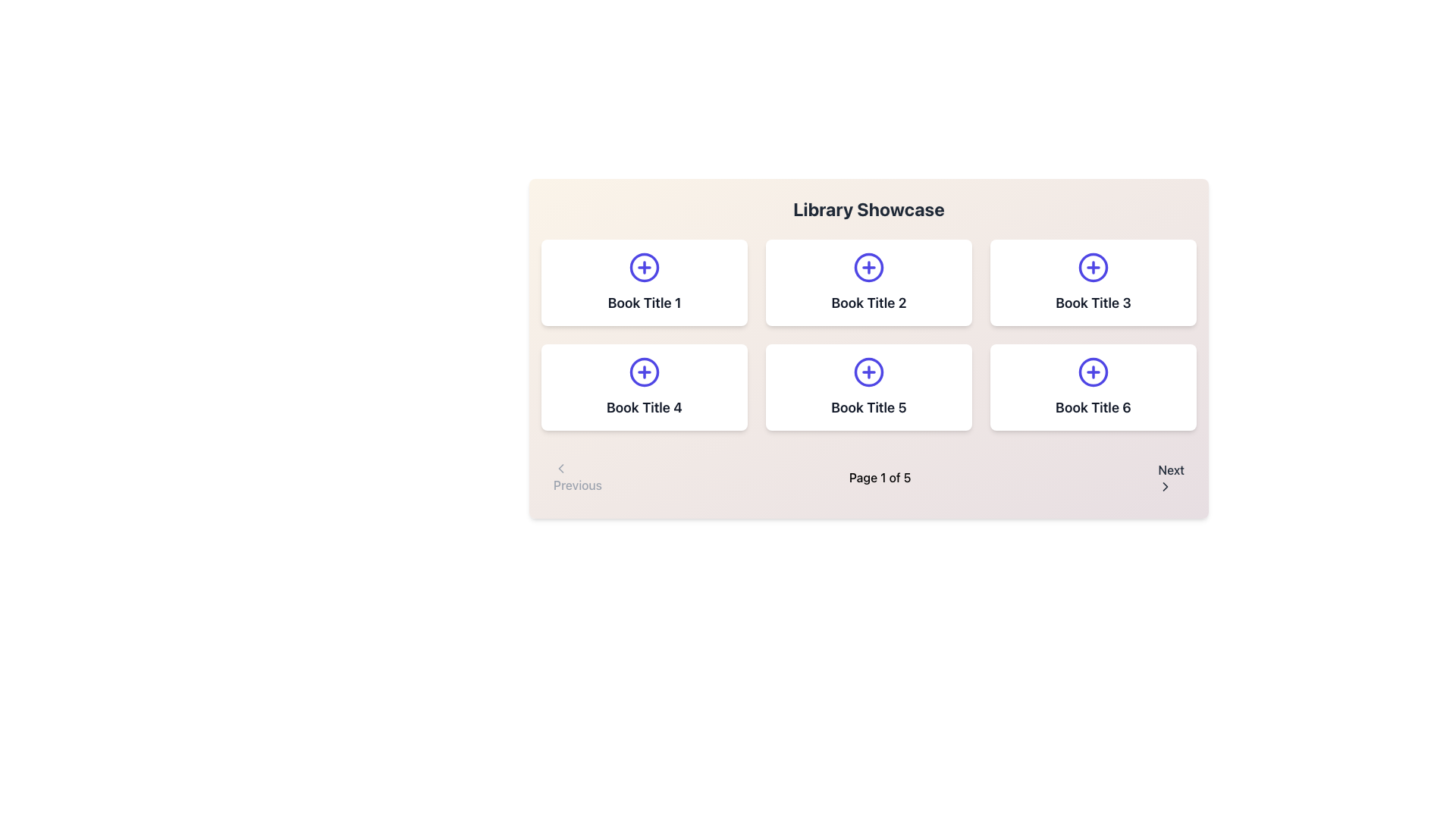  What do you see at coordinates (869, 406) in the screenshot?
I see `the text element displaying 'Book Title 5' which is located in the fifth card of the grid layout in the second row and second column` at bounding box center [869, 406].